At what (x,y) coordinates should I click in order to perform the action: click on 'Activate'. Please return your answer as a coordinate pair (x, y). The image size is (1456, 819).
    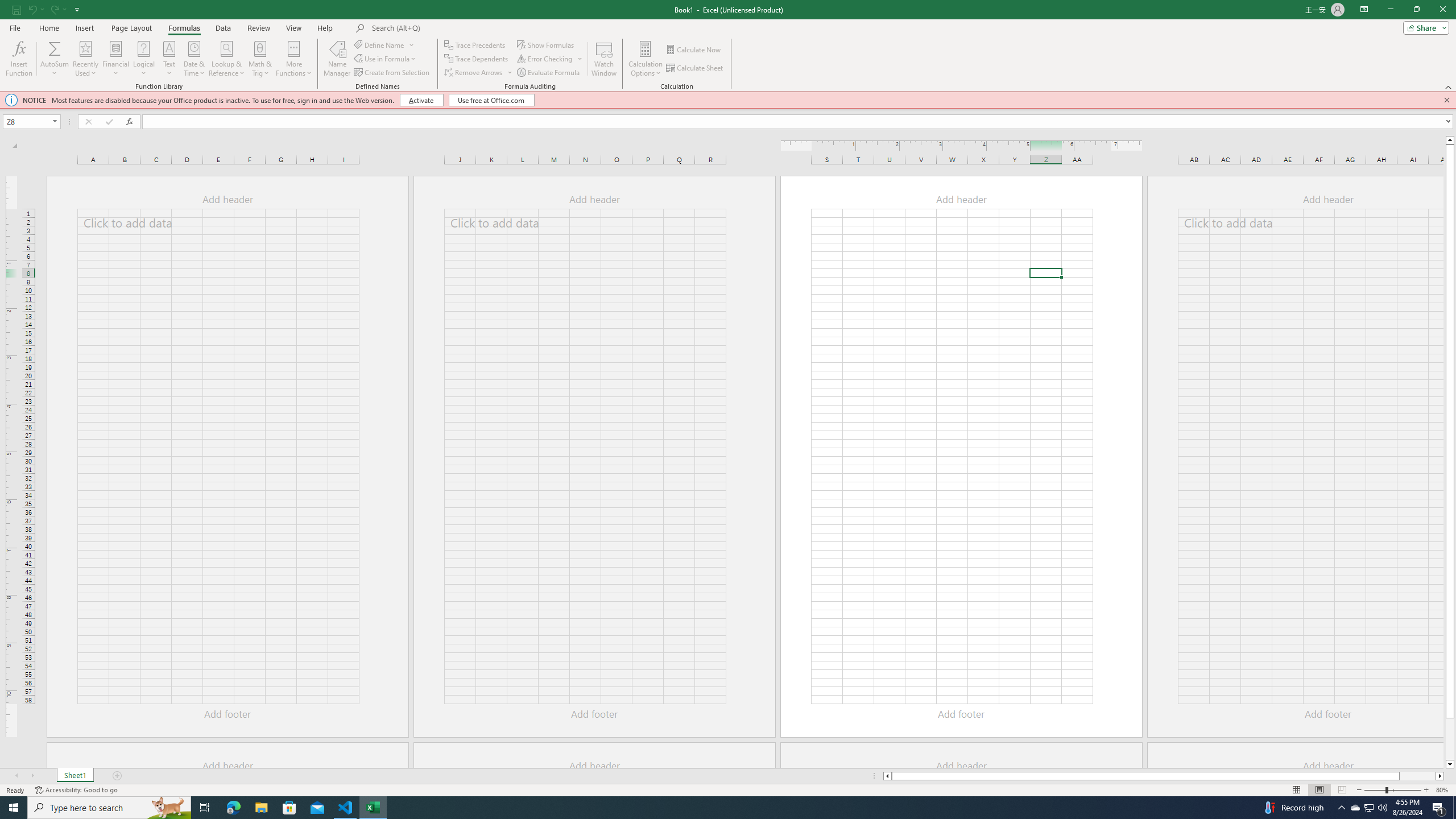
    Looking at the image, I should click on (421, 100).